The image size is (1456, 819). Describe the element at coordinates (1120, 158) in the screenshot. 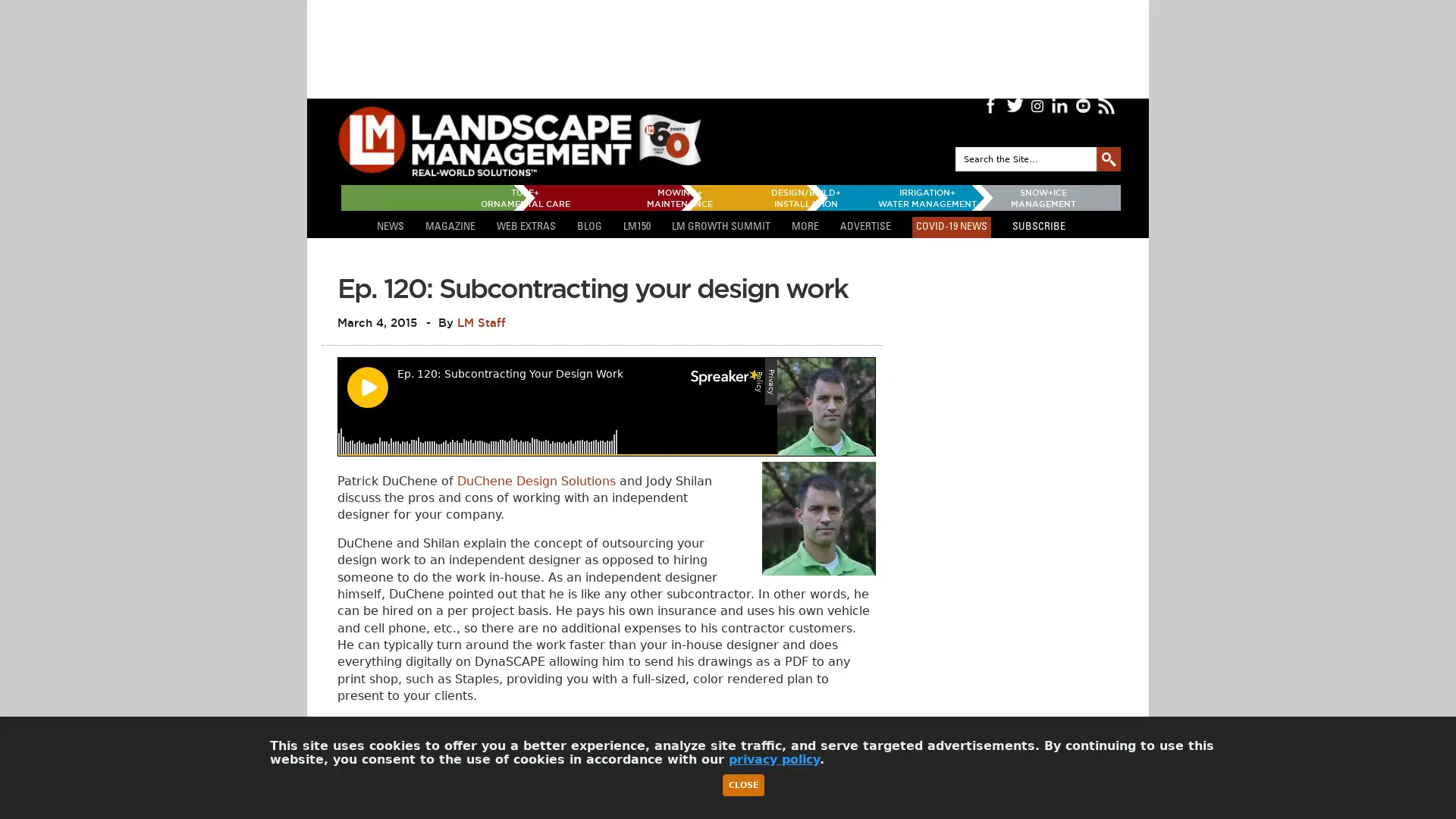

I see `GO` at that location.